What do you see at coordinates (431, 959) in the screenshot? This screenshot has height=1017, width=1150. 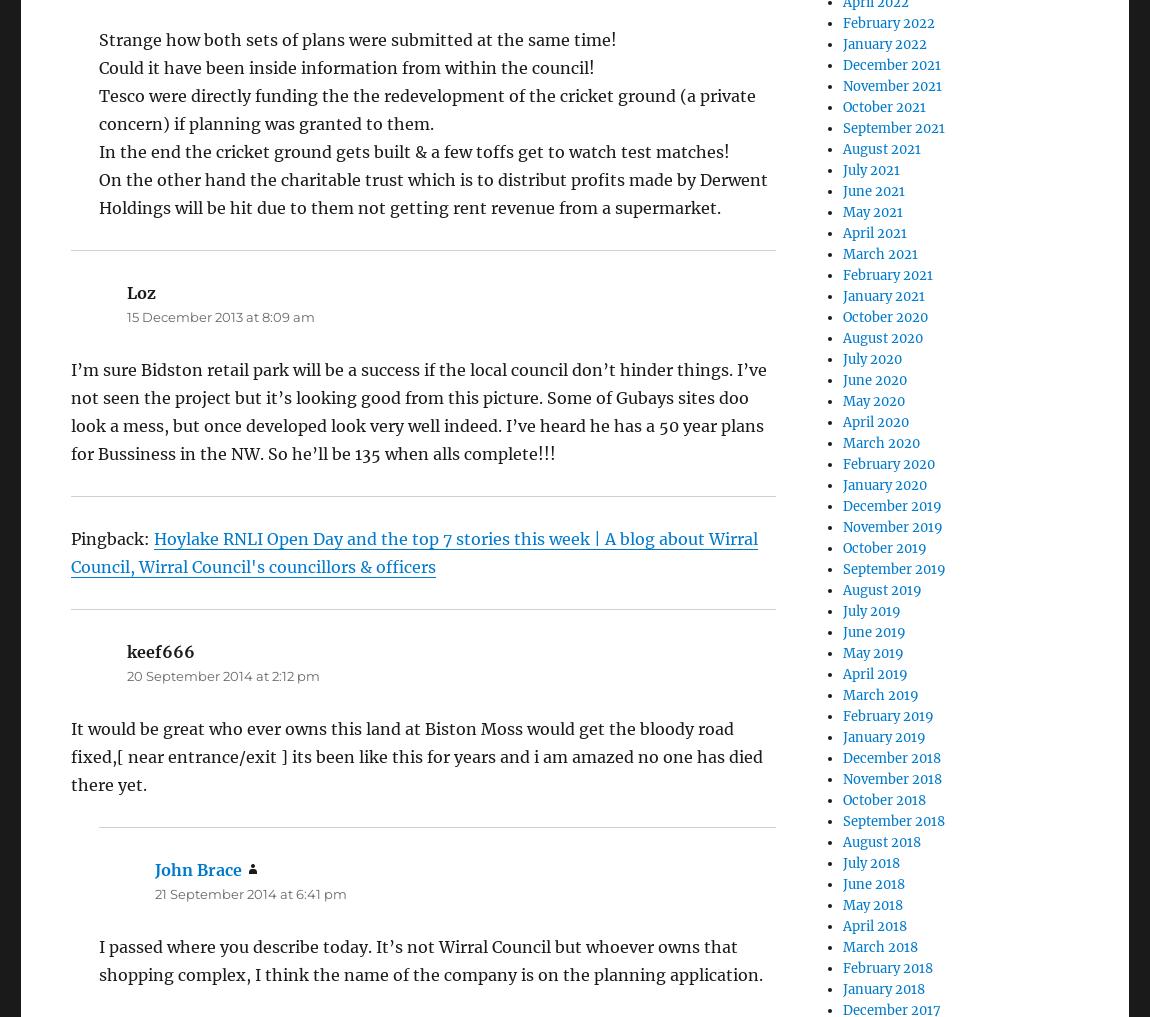 I see `'I passed where you describe today. It’s not Wirral Council but whoever owns that shopping complex, I think the name of the company is on the planning application.'` at bounding box center [431, 959].